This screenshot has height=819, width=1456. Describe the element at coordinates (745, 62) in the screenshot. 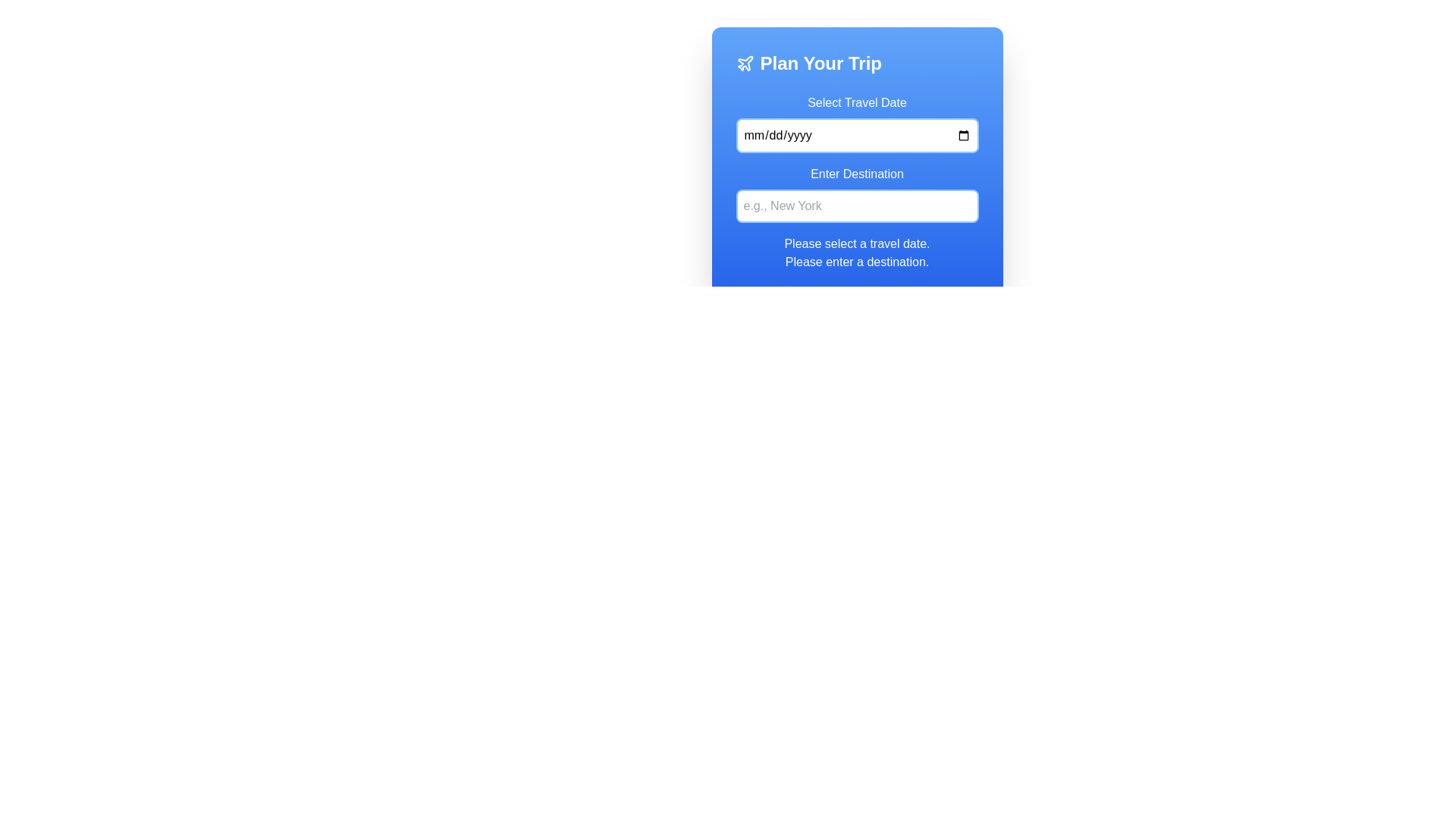

I see `the plane-shaped icon located in the header section, directly to the left of the text 'Plan Your Trip'` at that location.